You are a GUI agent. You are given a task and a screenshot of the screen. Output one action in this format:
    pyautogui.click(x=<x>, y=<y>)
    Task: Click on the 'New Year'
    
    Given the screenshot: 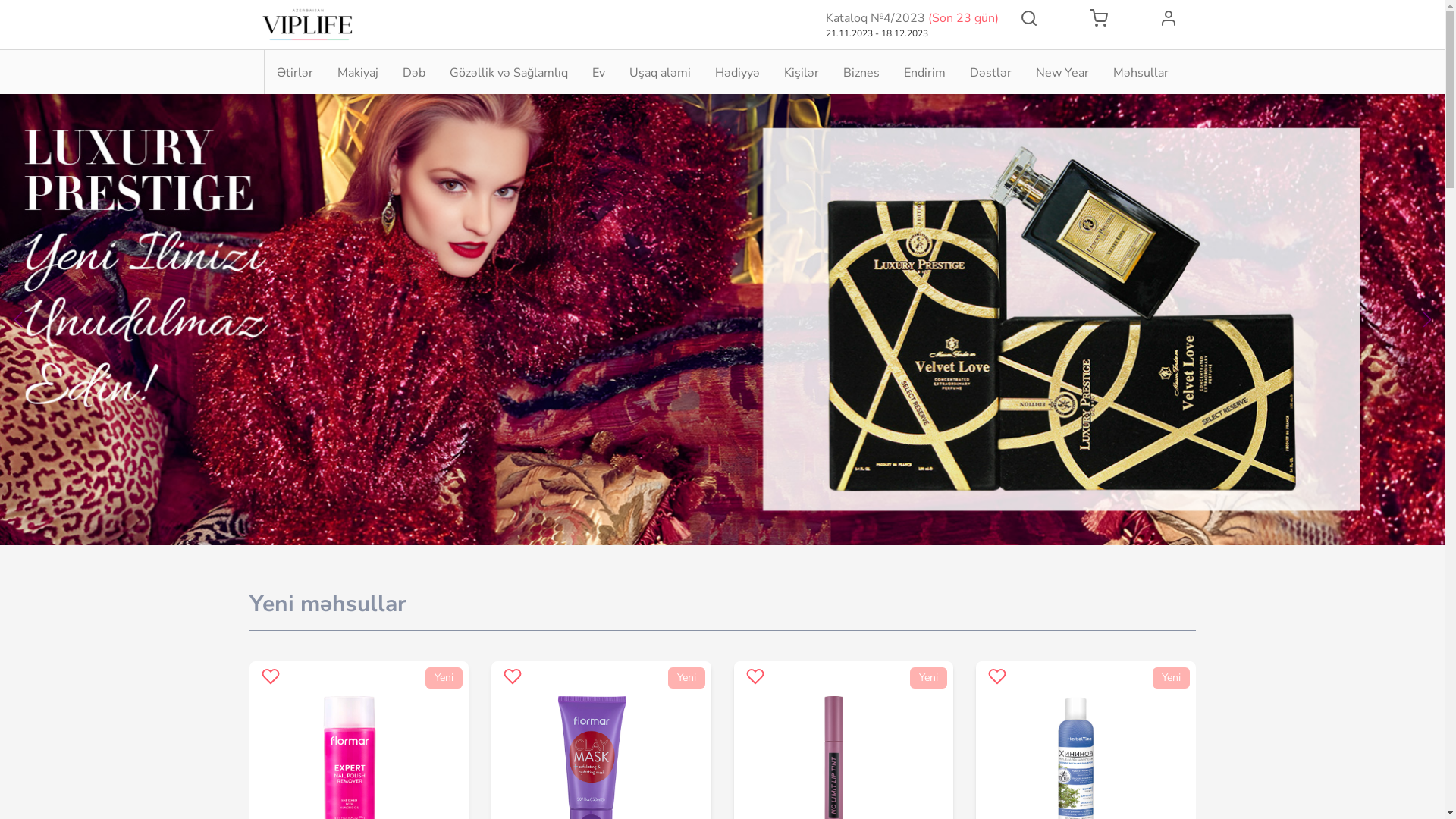 What is the action you would take?
    pyautogui.click(x=1035, y=73)
    